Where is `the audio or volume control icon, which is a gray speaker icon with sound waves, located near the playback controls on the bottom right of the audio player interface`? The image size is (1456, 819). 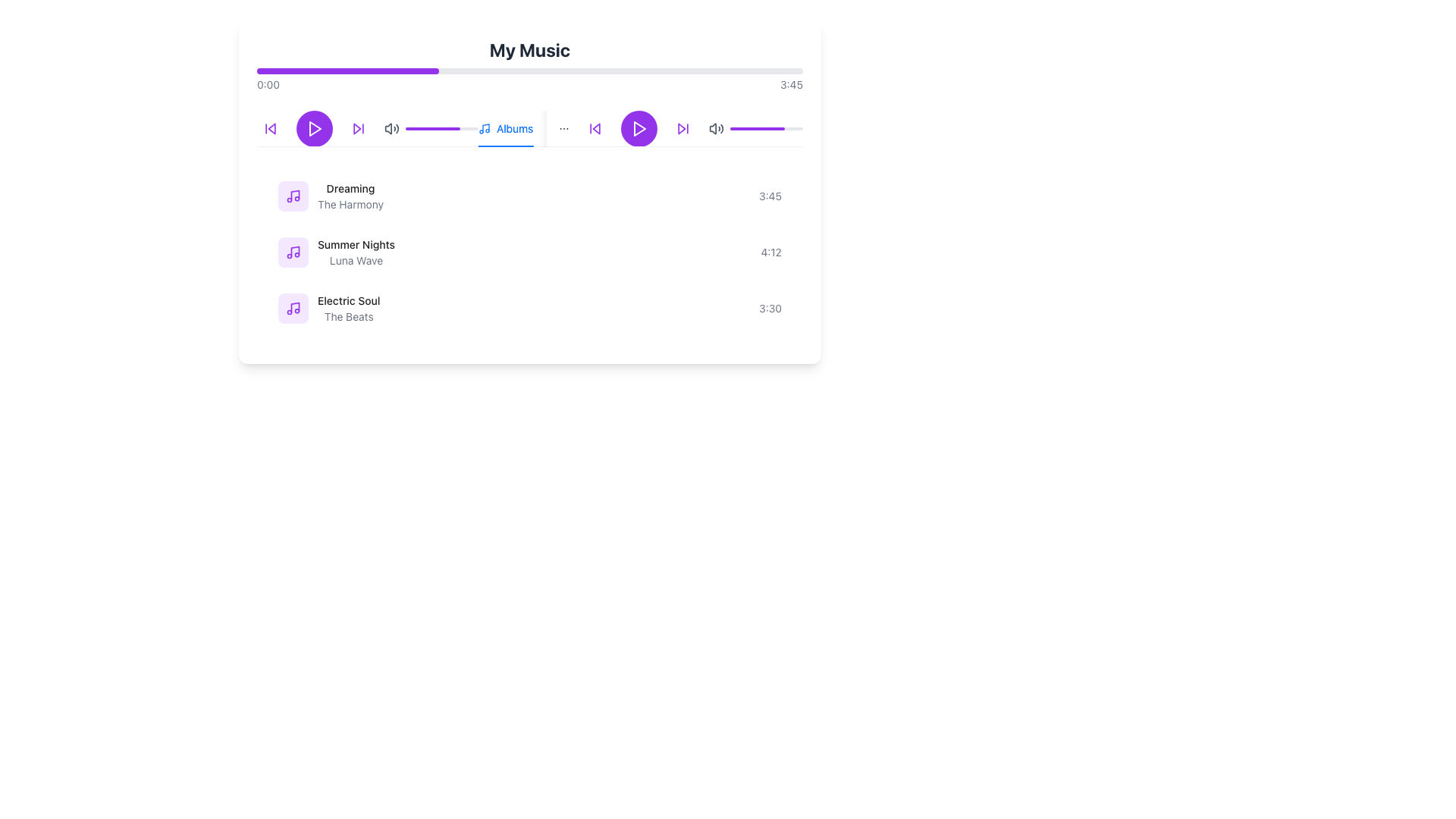 the audio or volume control icon, which is a gray speaker icon with sound waves, located near the playback controls on the bottom right of the audio player interface is located at coordinates (712, 127).